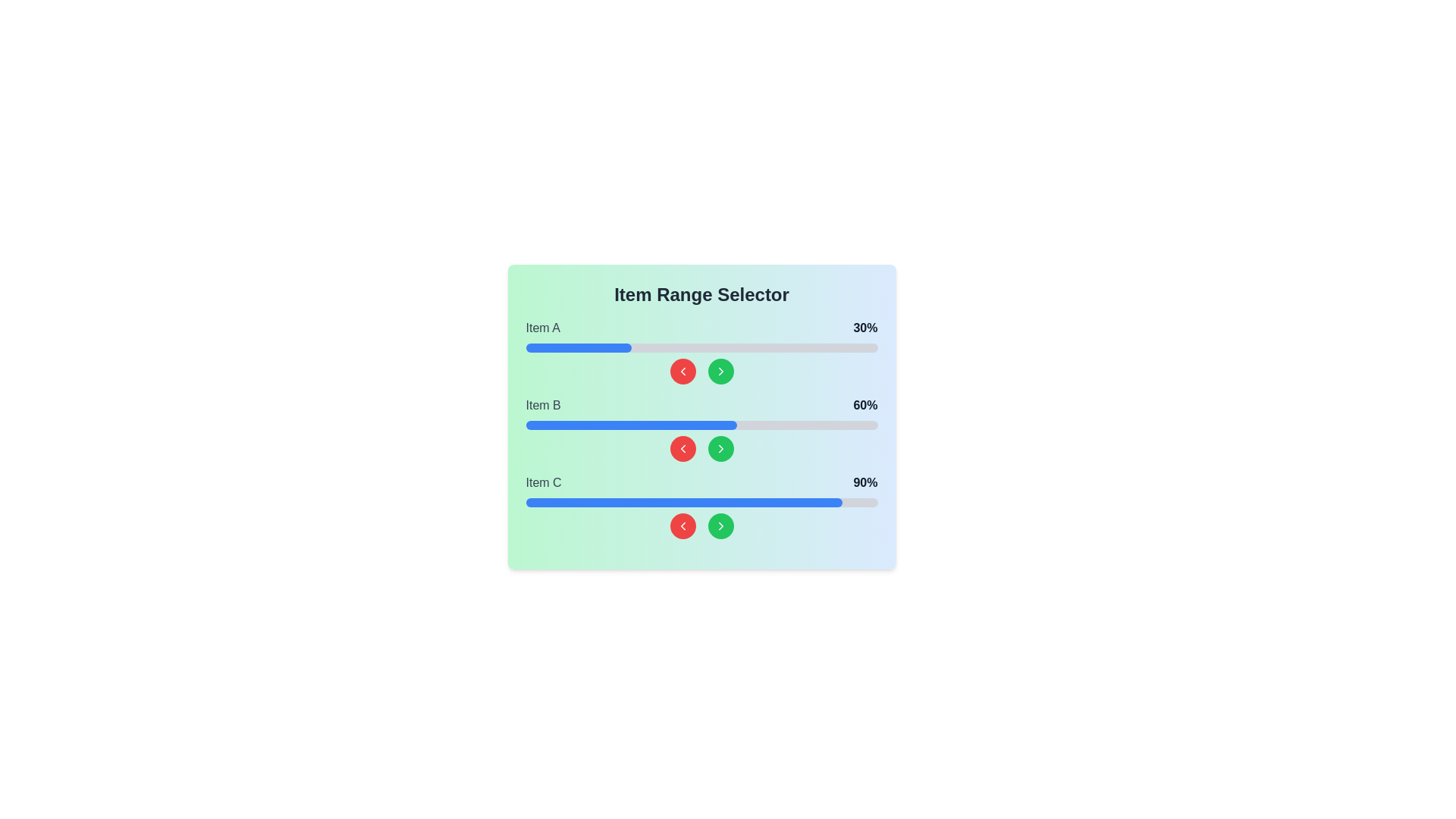 The image size is (1456, 819). Describe the element at coordinates (865, 327) in the screenshot. I see `the text label displaying '30%' which indicates a specific percentage value and is located next to the label 'Item A' and a progress bar` at that location.